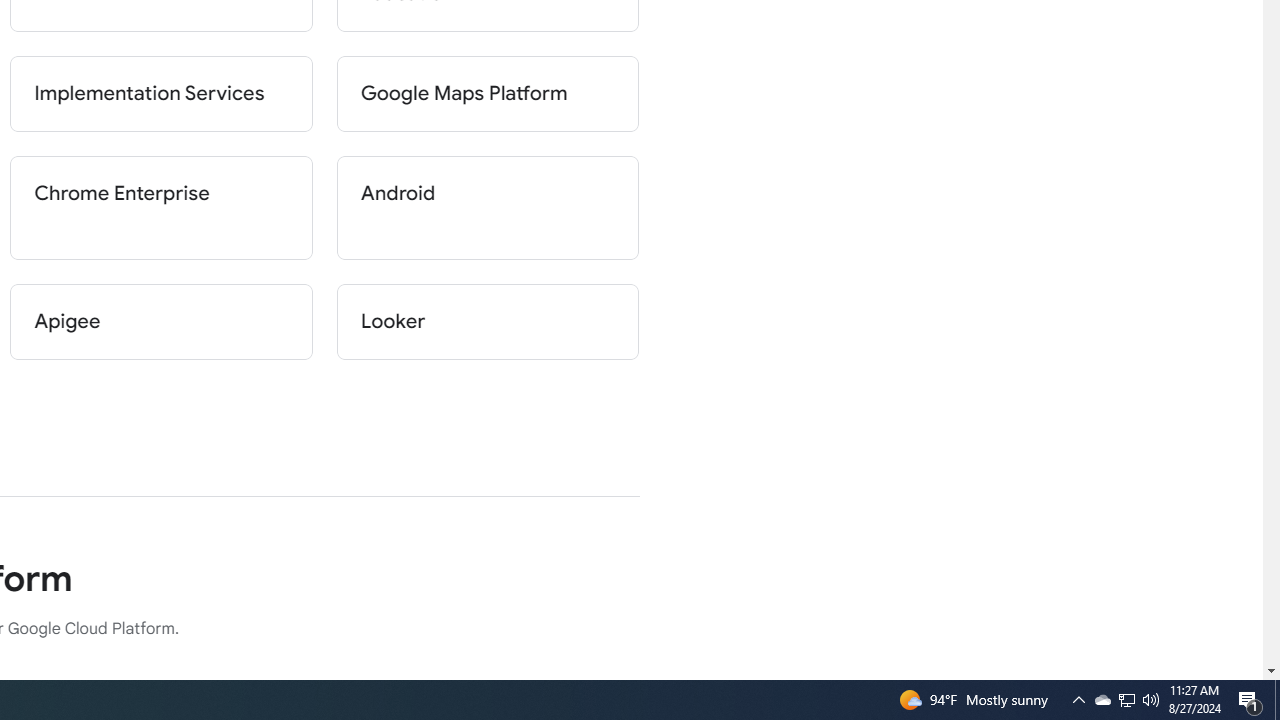 The width and height of the screenshot is (1280, 720). What do you see at coordinates (161, 93) in the screenshot?
I see `'Implementation Services'` at bounding box center [161, 93].